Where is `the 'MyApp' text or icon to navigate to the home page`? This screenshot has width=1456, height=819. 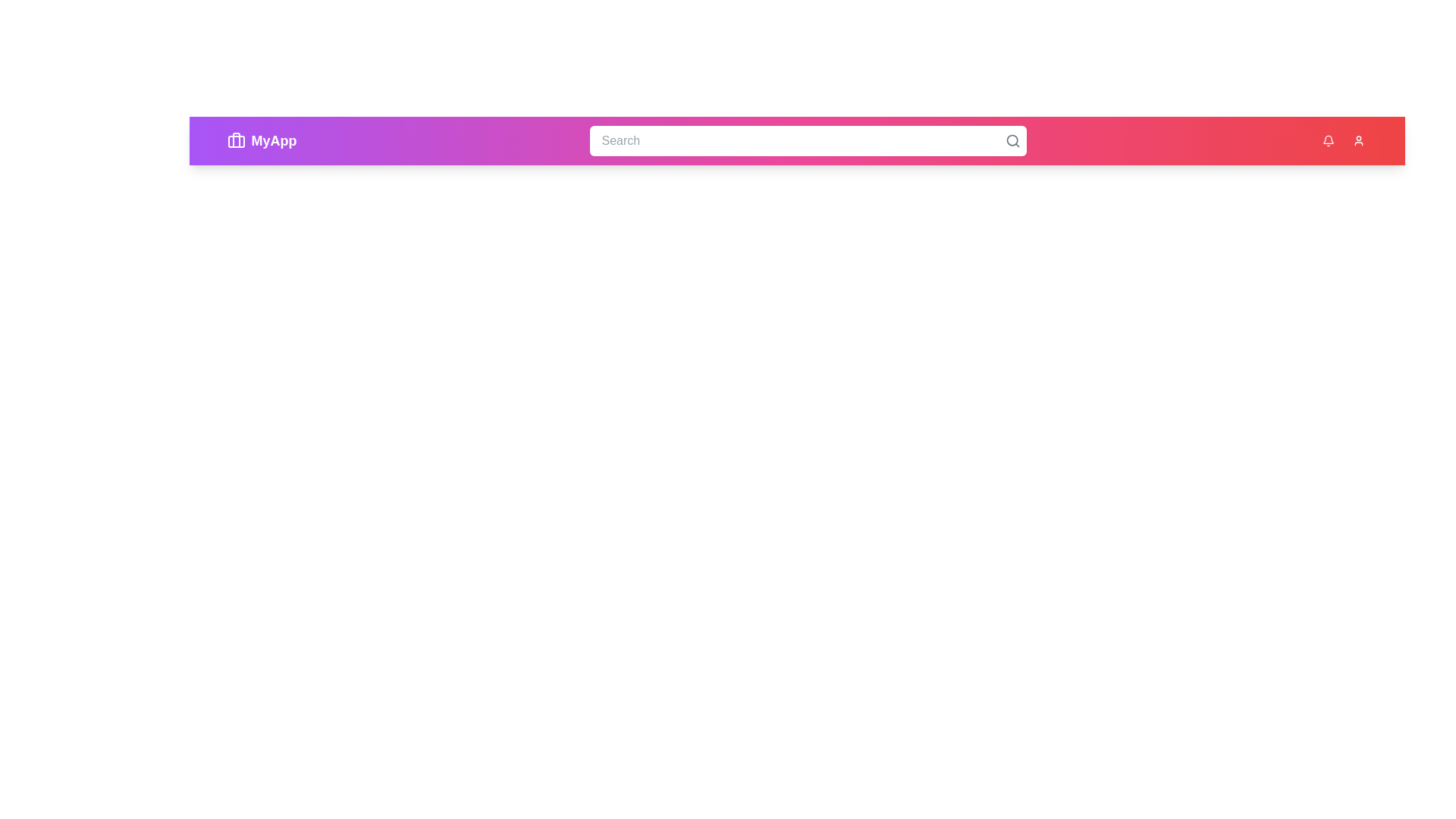 the 'MyApp' text or icon to navigate to the home page is located at coordinates (262, 140).